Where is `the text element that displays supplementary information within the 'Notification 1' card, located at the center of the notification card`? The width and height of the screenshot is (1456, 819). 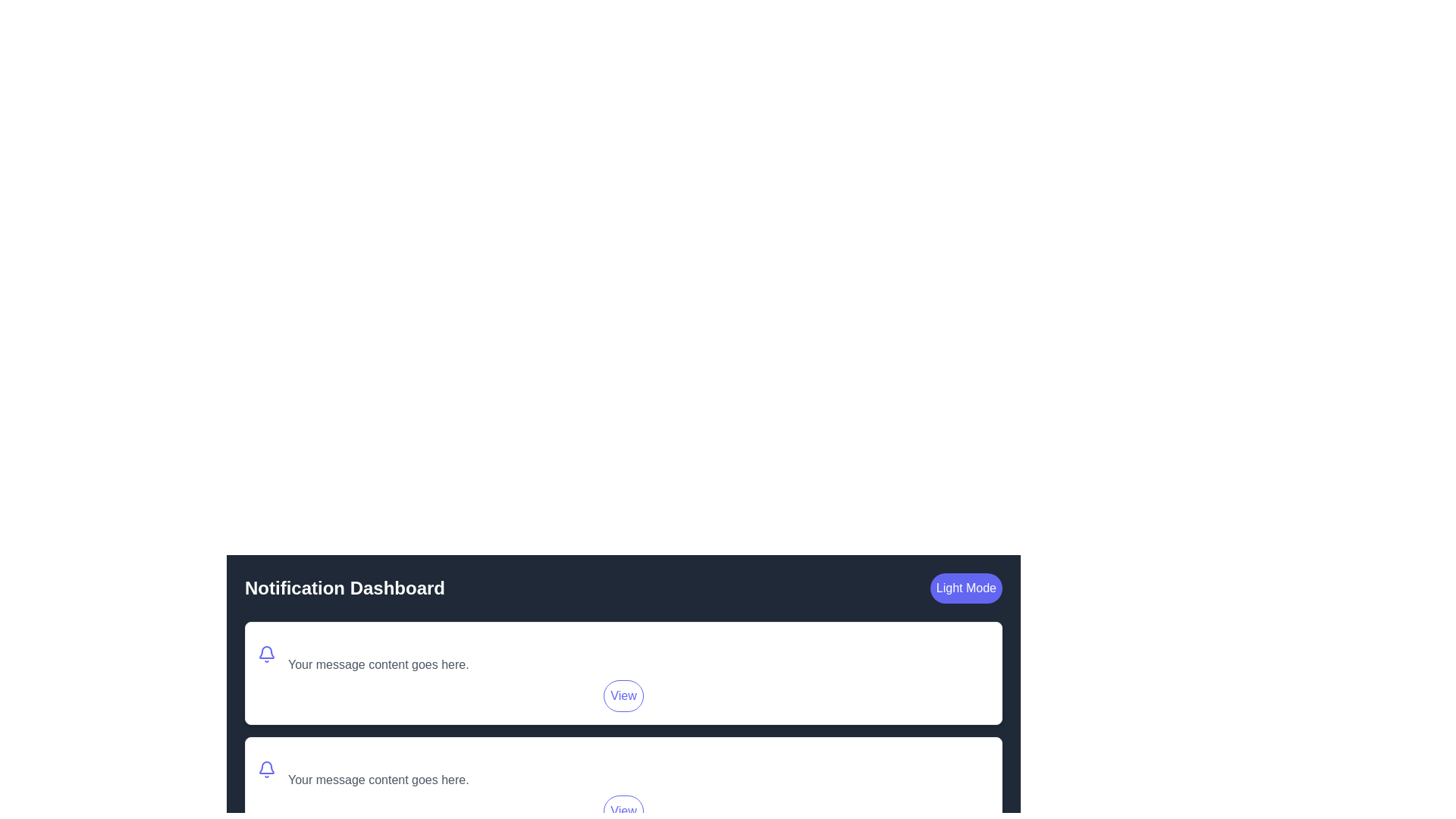
the text element that displays supplementary information within the 'Notification 1' card, located at the center of the notification card is located at coordinates (378, 664).